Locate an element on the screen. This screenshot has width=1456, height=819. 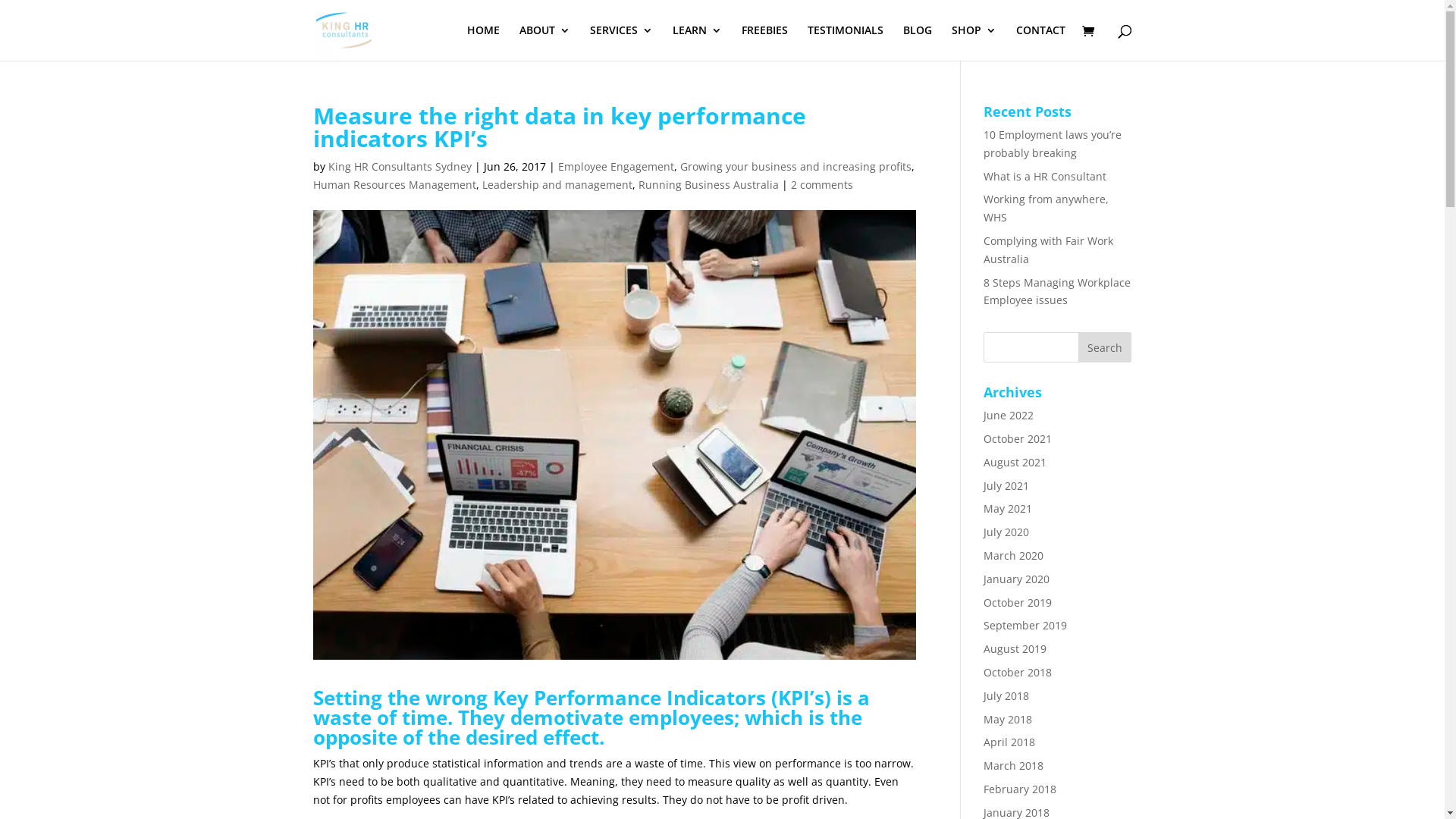
'TESTIMONIALS' is located at coordinates (806, 42).